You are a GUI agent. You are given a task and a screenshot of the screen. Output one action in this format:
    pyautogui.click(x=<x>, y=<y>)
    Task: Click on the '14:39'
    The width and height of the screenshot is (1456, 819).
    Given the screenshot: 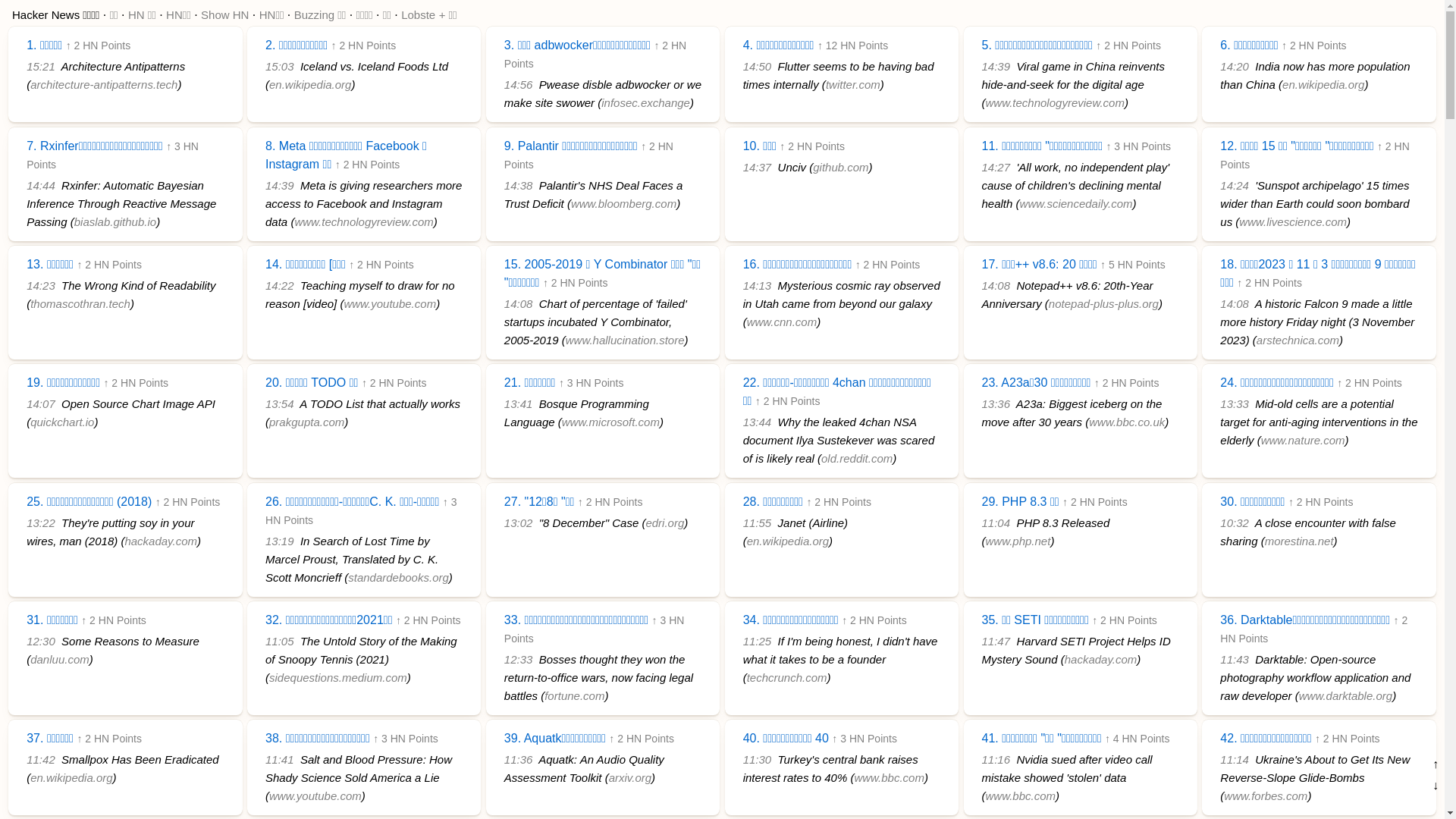 What is the action you would take?
    pyautogui.click(x=996, y=65)
    